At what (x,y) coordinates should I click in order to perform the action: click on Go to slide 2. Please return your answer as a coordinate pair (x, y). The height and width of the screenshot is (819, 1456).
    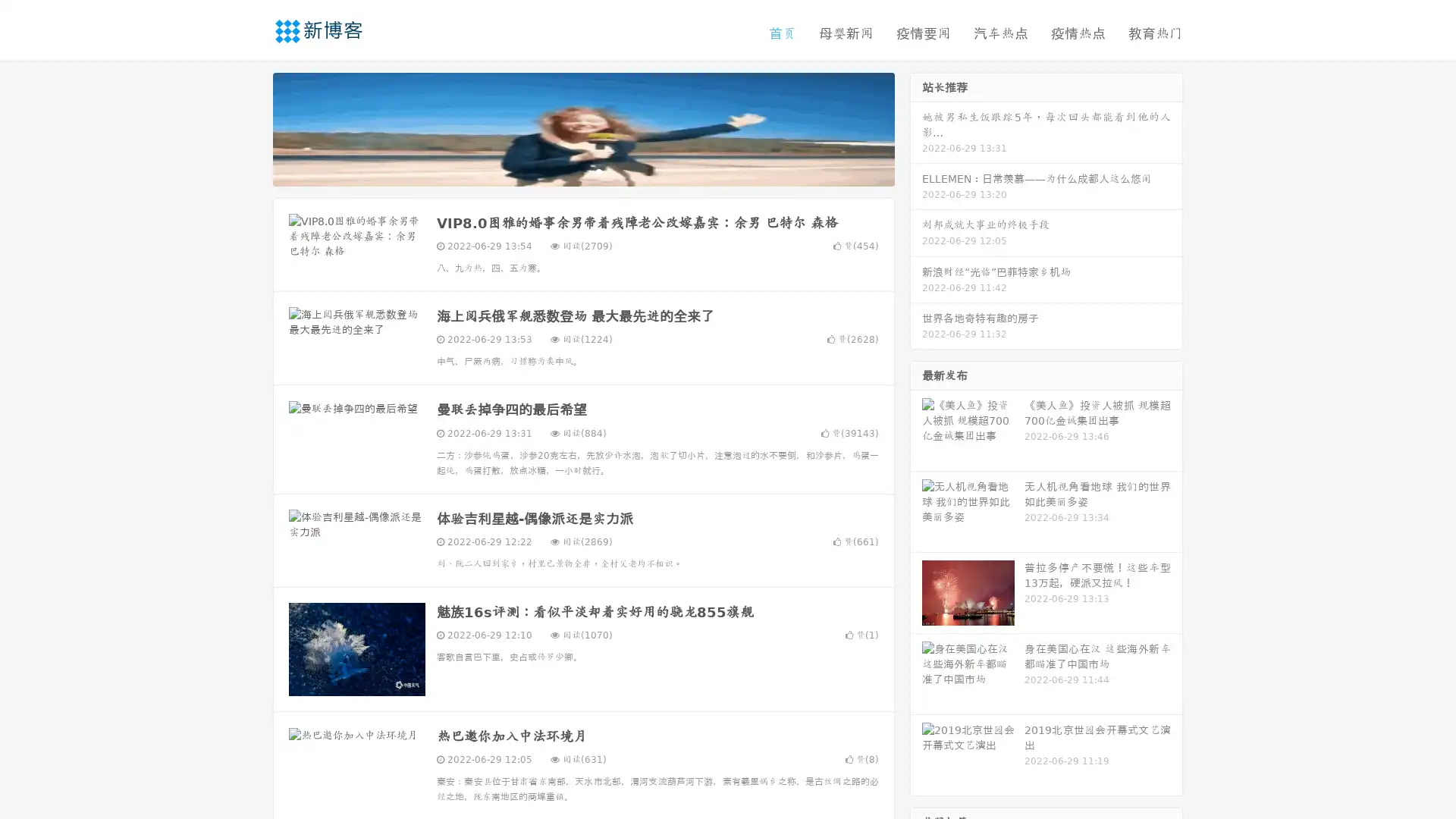
    Looking at the image, I should click on (582, 171).